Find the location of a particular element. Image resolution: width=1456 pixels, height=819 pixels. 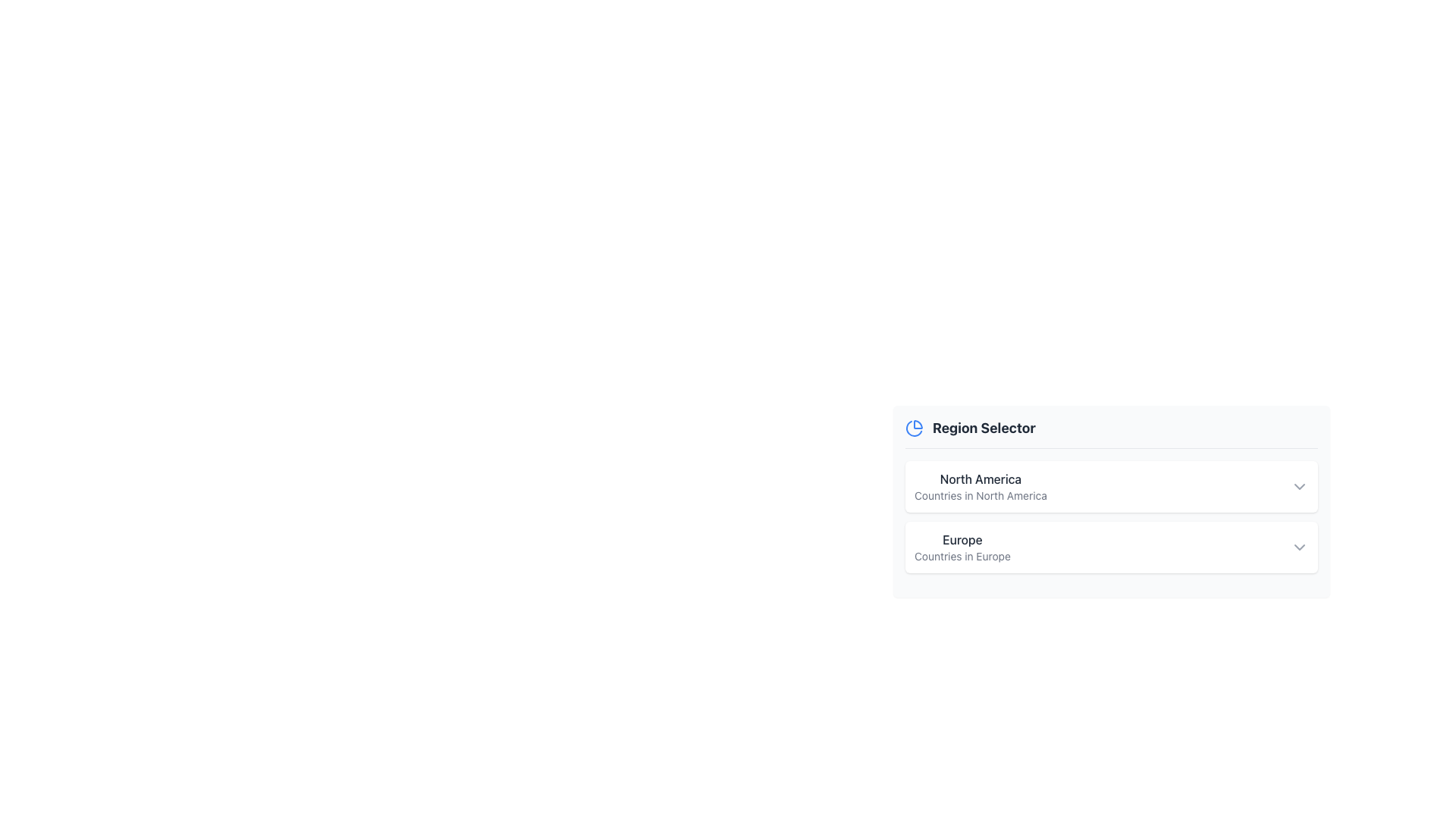

the static text label for the region category 'Europe', which serves as the header for the description 'Countries in Europe' is located at coordinates (962, 539).